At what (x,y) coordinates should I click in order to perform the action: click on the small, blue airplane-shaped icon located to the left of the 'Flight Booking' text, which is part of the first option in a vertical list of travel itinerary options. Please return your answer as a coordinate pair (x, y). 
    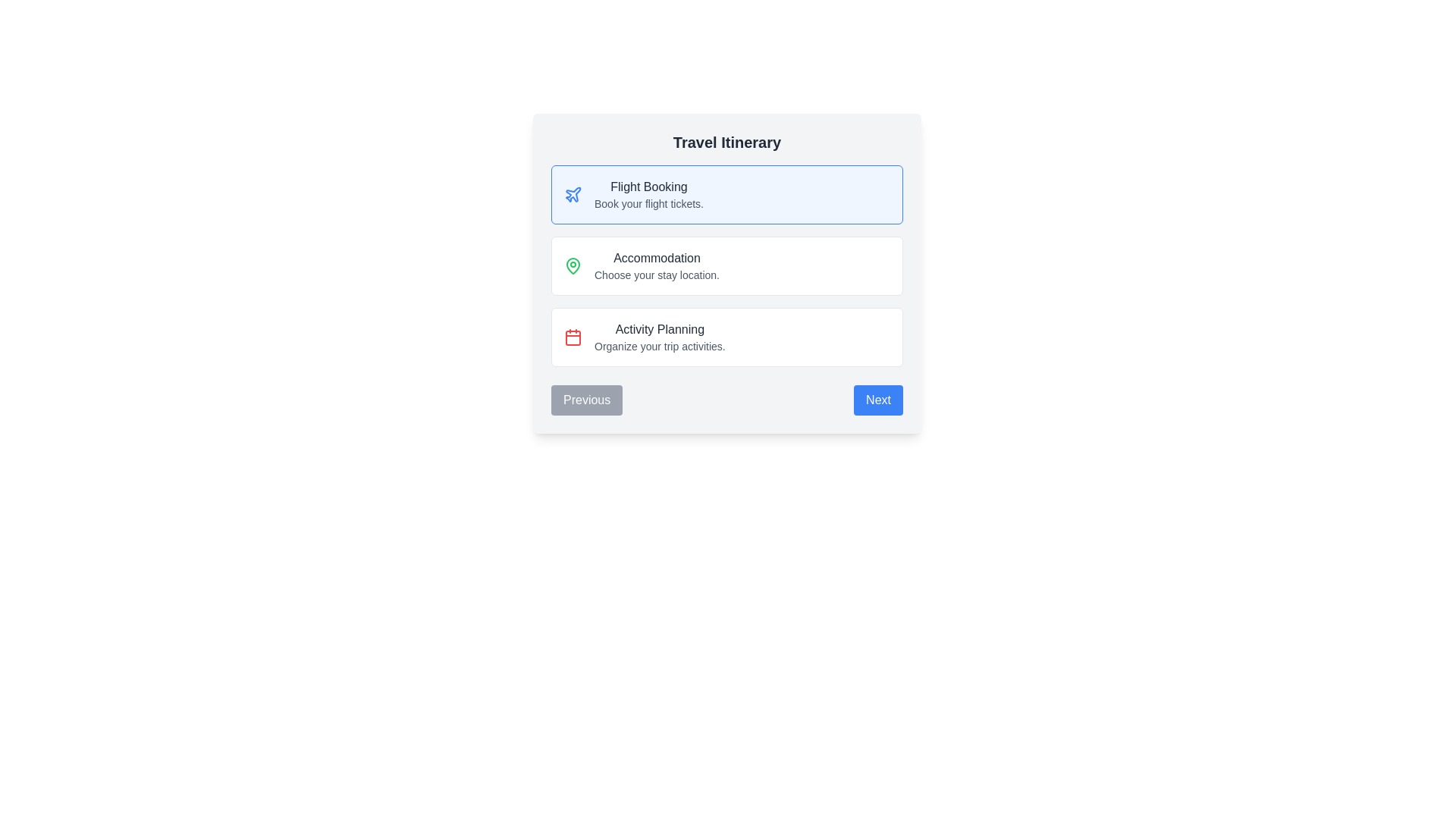
    Looking at the image, I should click on (572, 194).